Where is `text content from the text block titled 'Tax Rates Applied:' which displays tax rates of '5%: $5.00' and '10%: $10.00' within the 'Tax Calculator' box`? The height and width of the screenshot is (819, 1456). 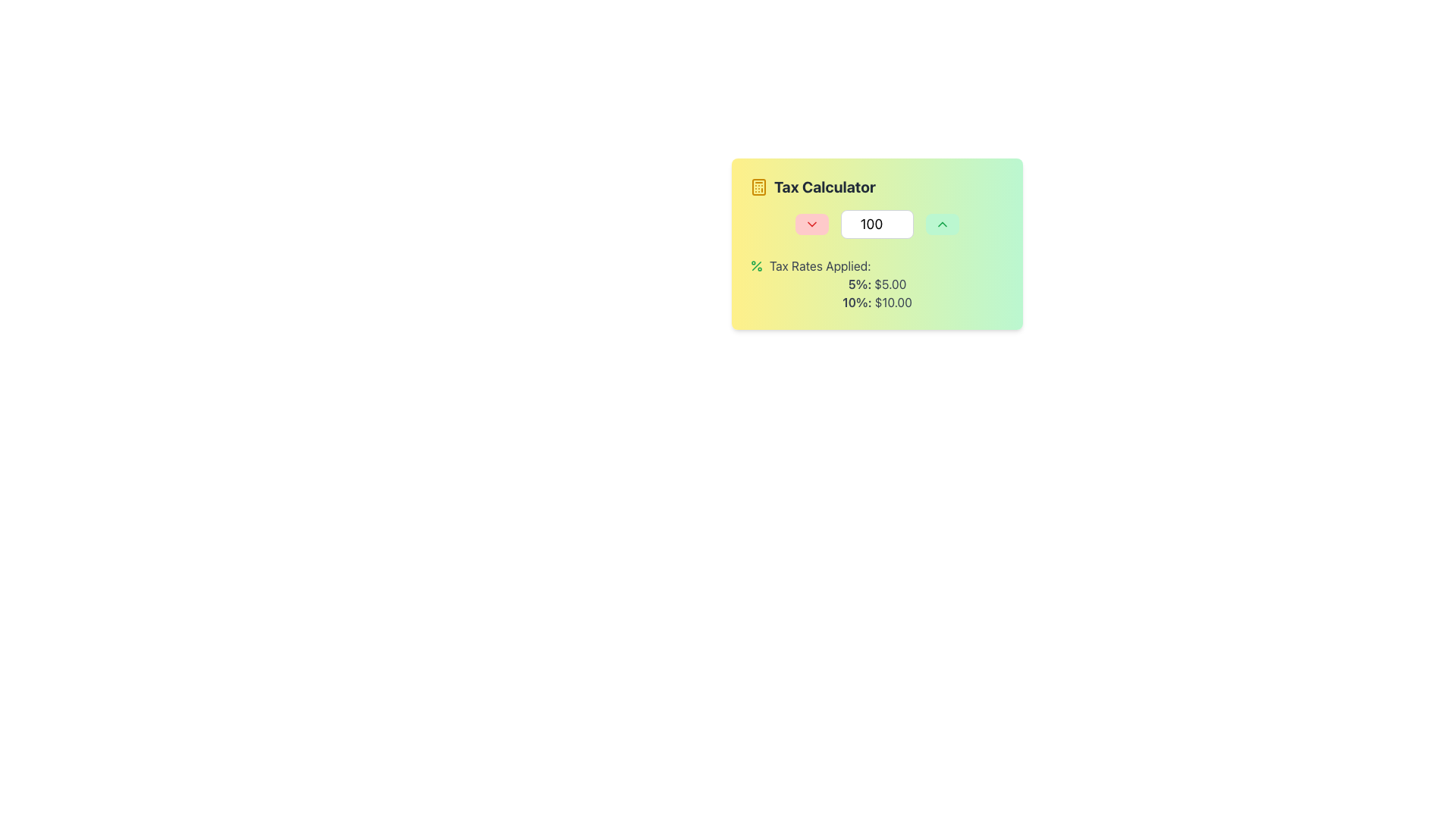 text content from the text block titled 'Tax Rates Applied:' which displays tax rates of '5%: $5.00' and '10%: $10.00' within the 'Tax Calculator' box is located at coordinates (877, 284).